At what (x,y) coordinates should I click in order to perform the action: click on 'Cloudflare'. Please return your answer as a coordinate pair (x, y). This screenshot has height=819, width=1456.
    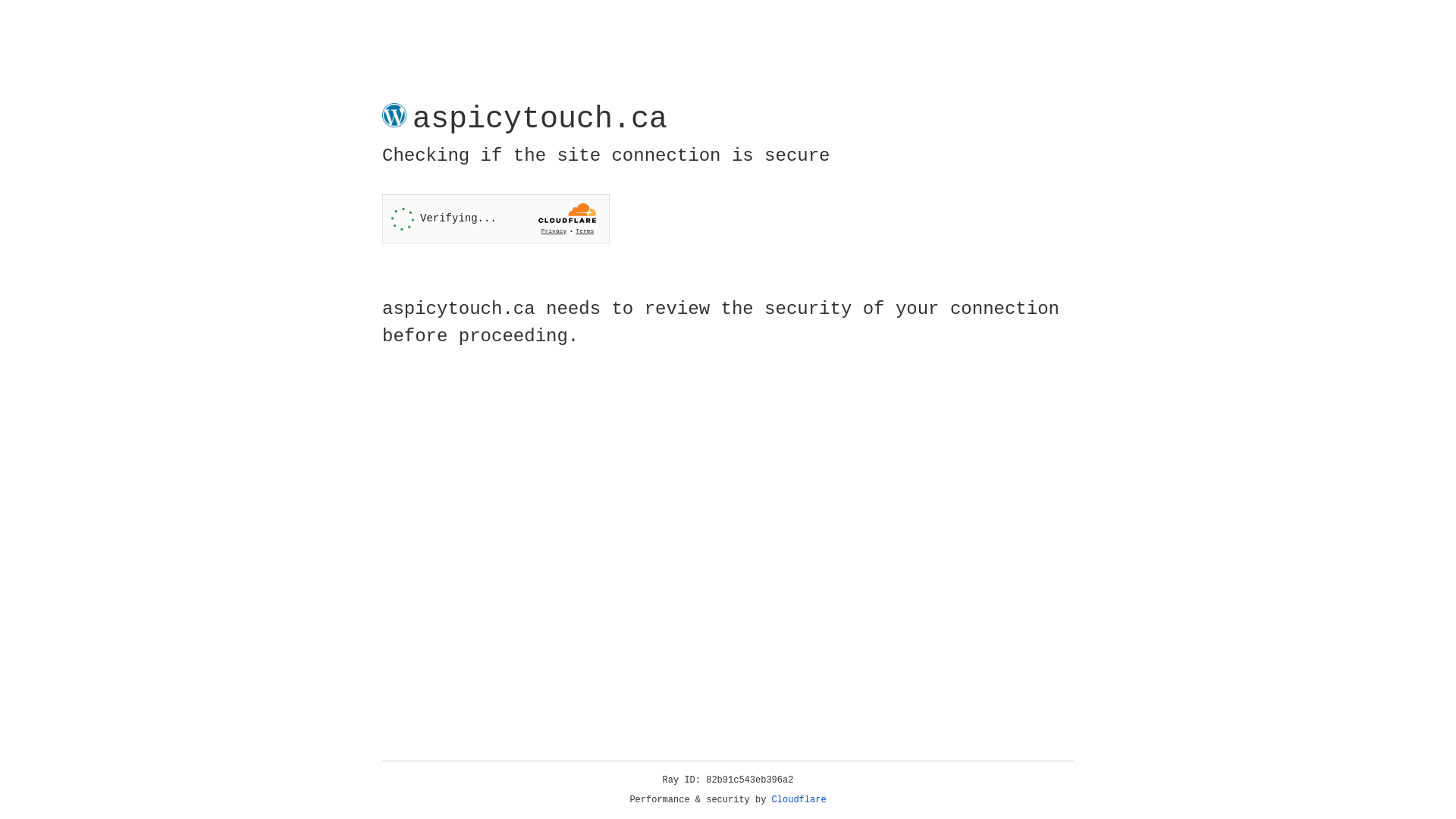
    Looking at the image, I should click on (799, 799).